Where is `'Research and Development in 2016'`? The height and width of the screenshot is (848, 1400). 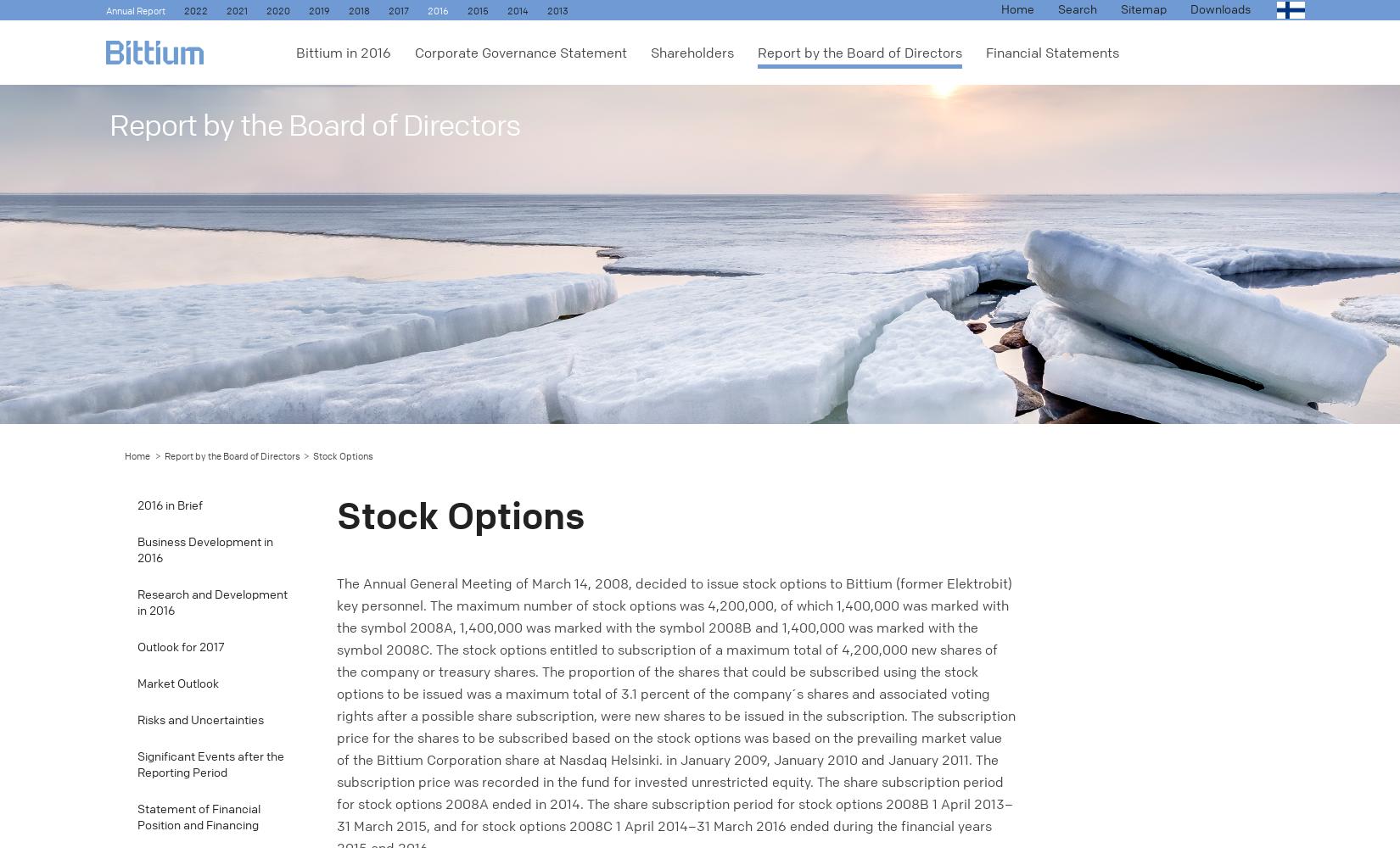
'Research and Development in 2016' is located at coordinates (211, 602).